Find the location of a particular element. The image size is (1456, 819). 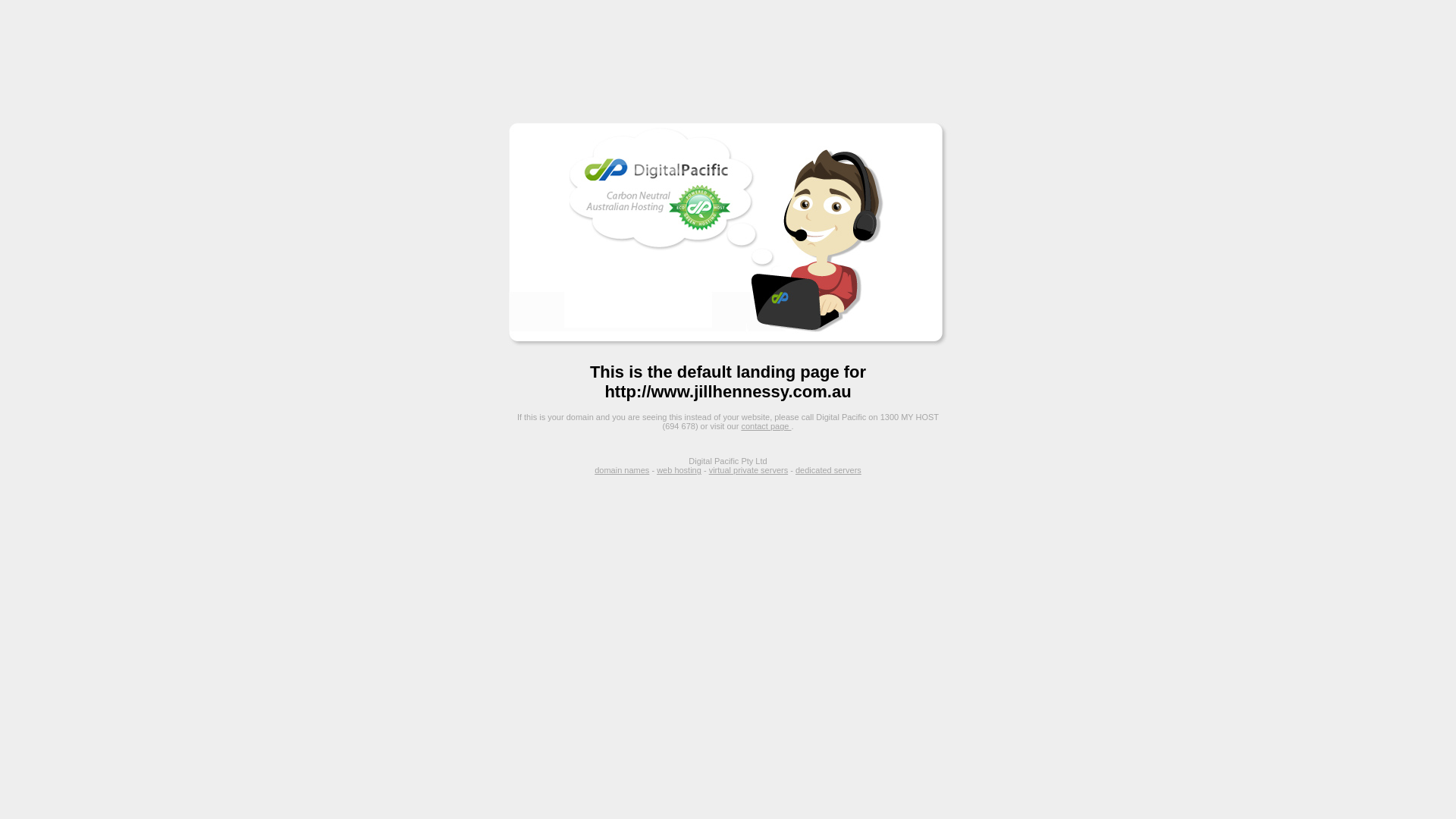

'web hosting' is located at coordinates (656, 469).